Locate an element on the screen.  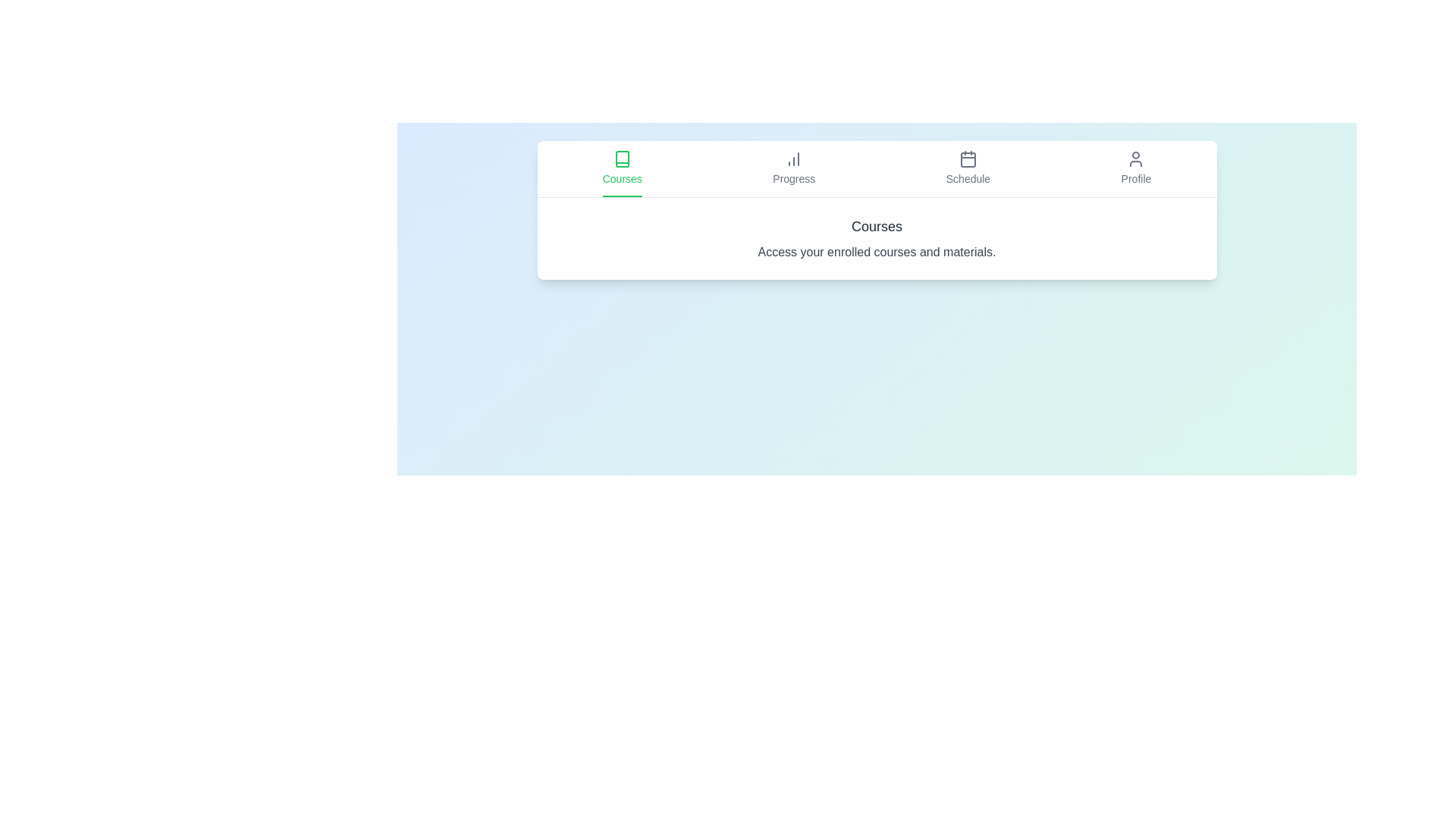
the tab labeled Profile to read its description is located at coordinates (1136, 169).